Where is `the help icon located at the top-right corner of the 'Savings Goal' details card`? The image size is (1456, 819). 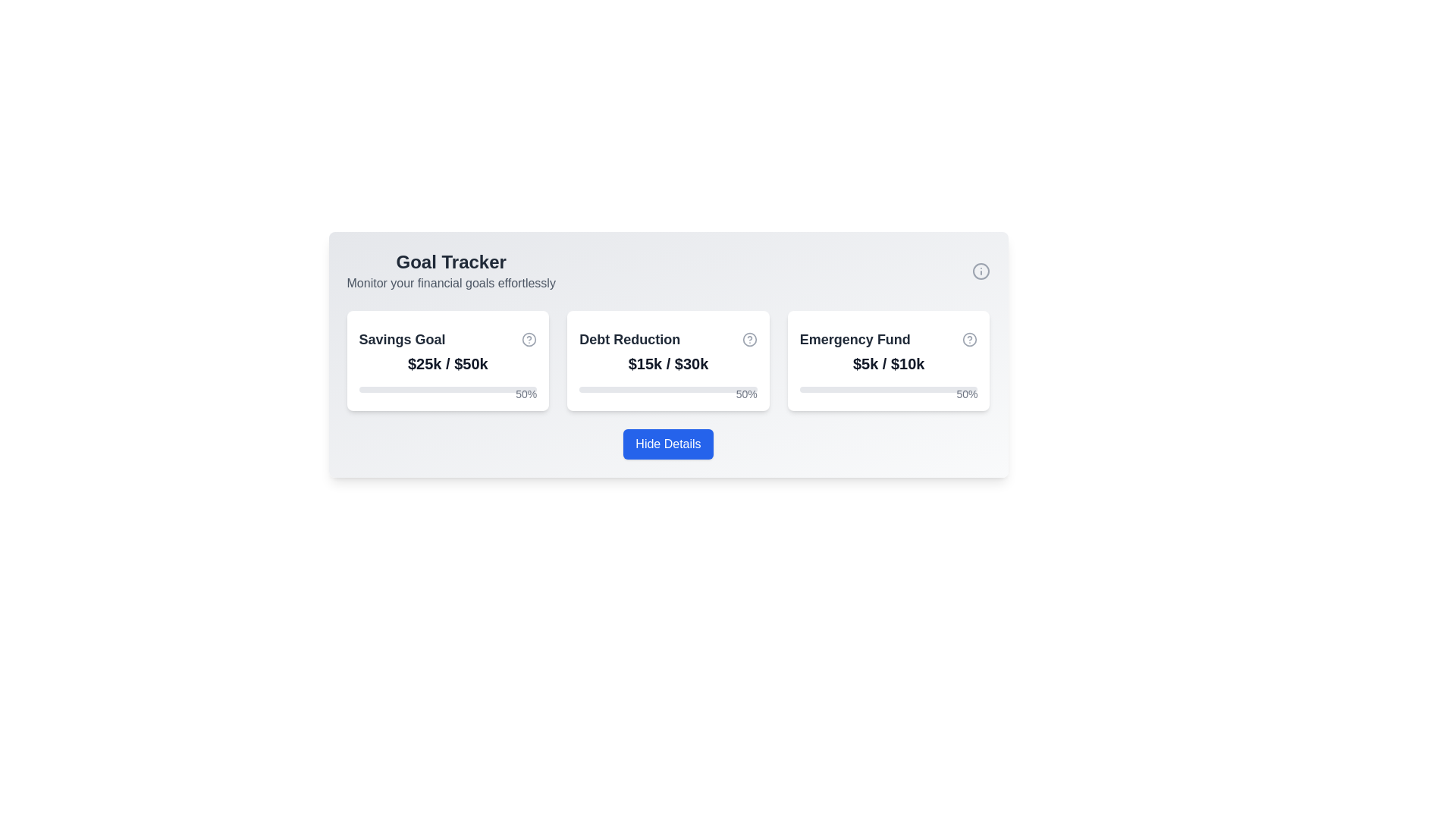 the help icon located at the top-right corner of the 'Savings Goal' details card is located at coordinates (529, 338).